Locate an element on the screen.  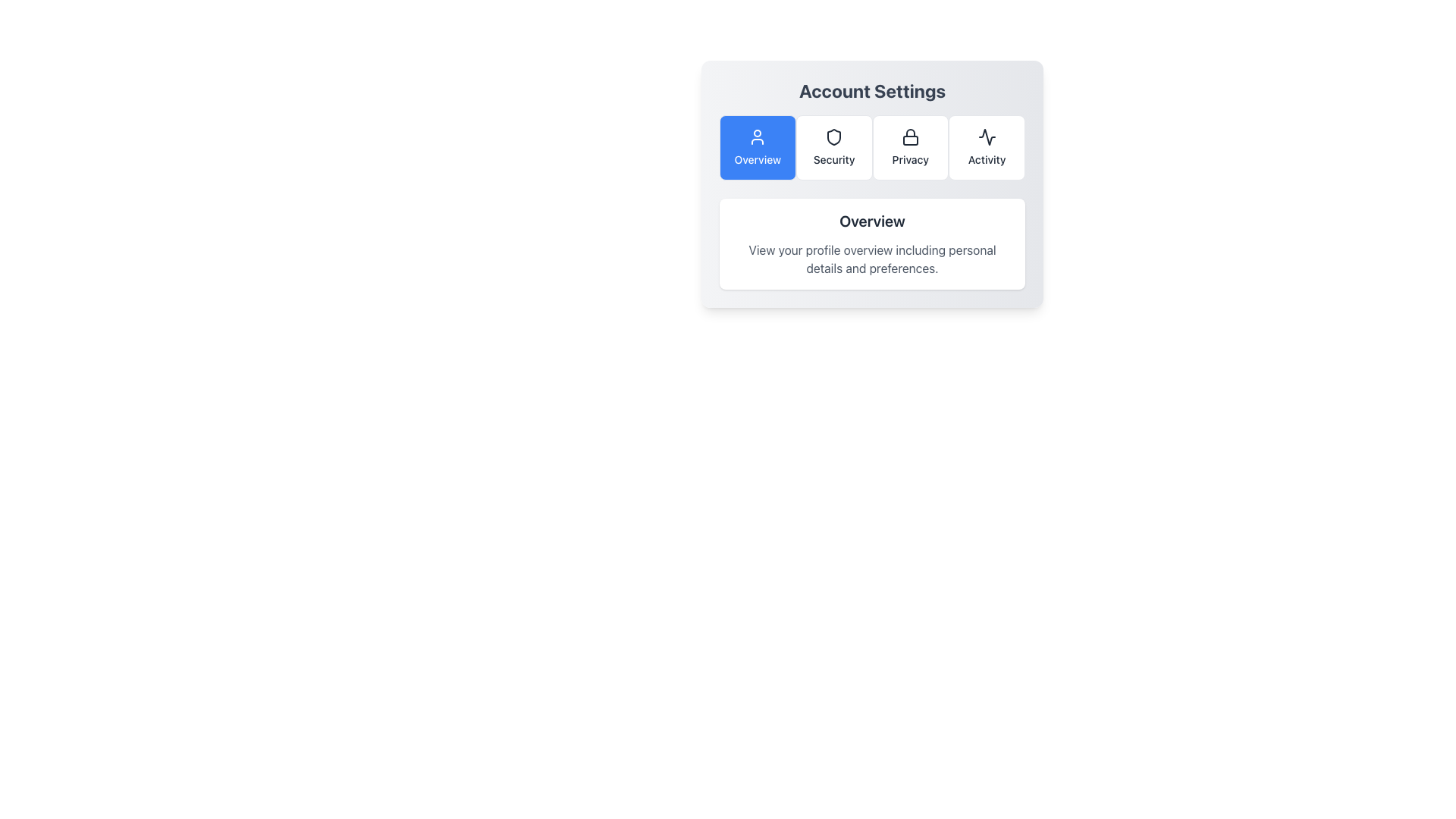
the 'Privacy' text label, which is styled with a small font and medium weight, located below a lock icon in the Privacy card of the row of cards is located at coordinates (910, 160).